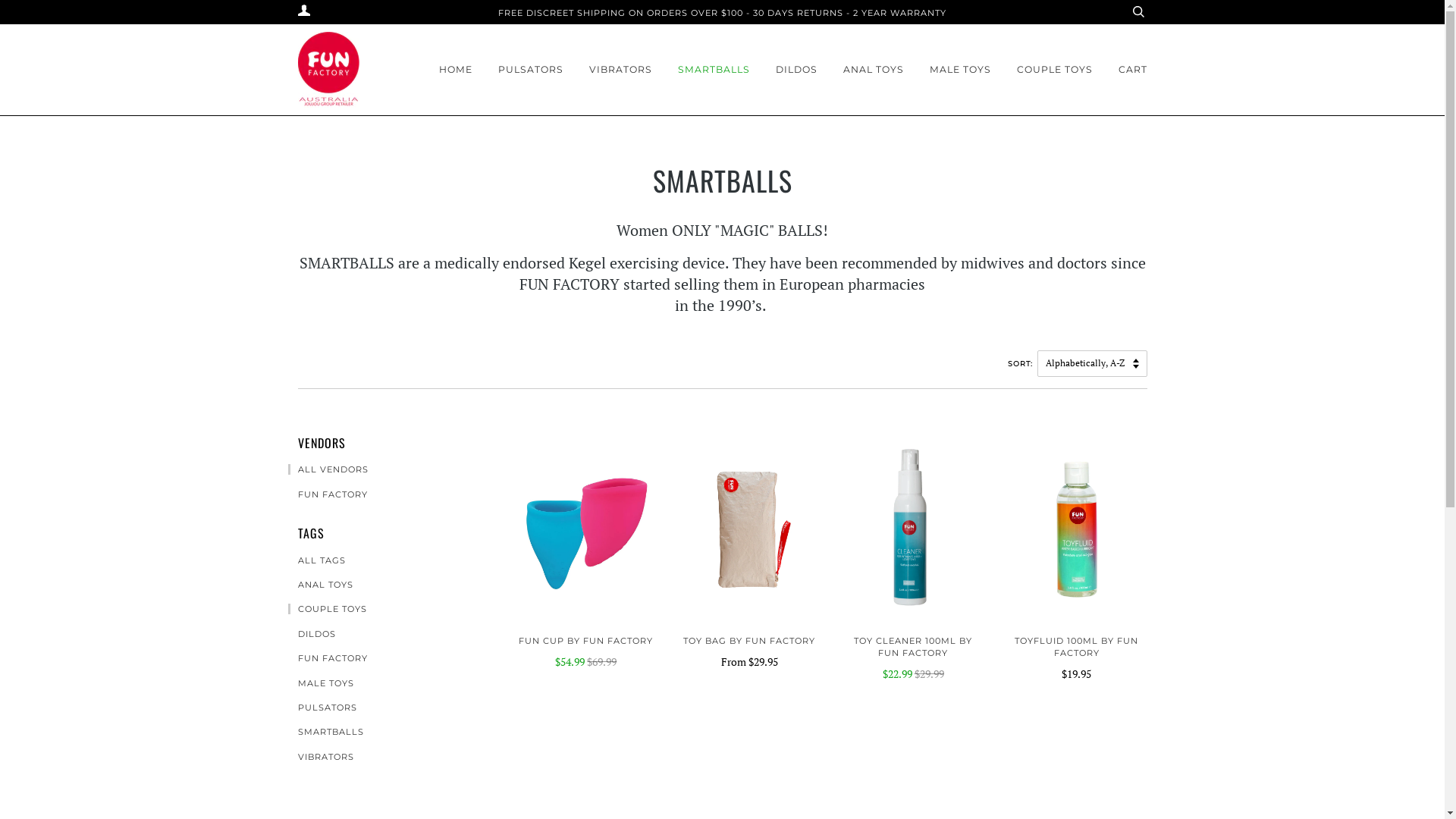  I want to click on 'COUPLE TOYS', so click(327, 607).